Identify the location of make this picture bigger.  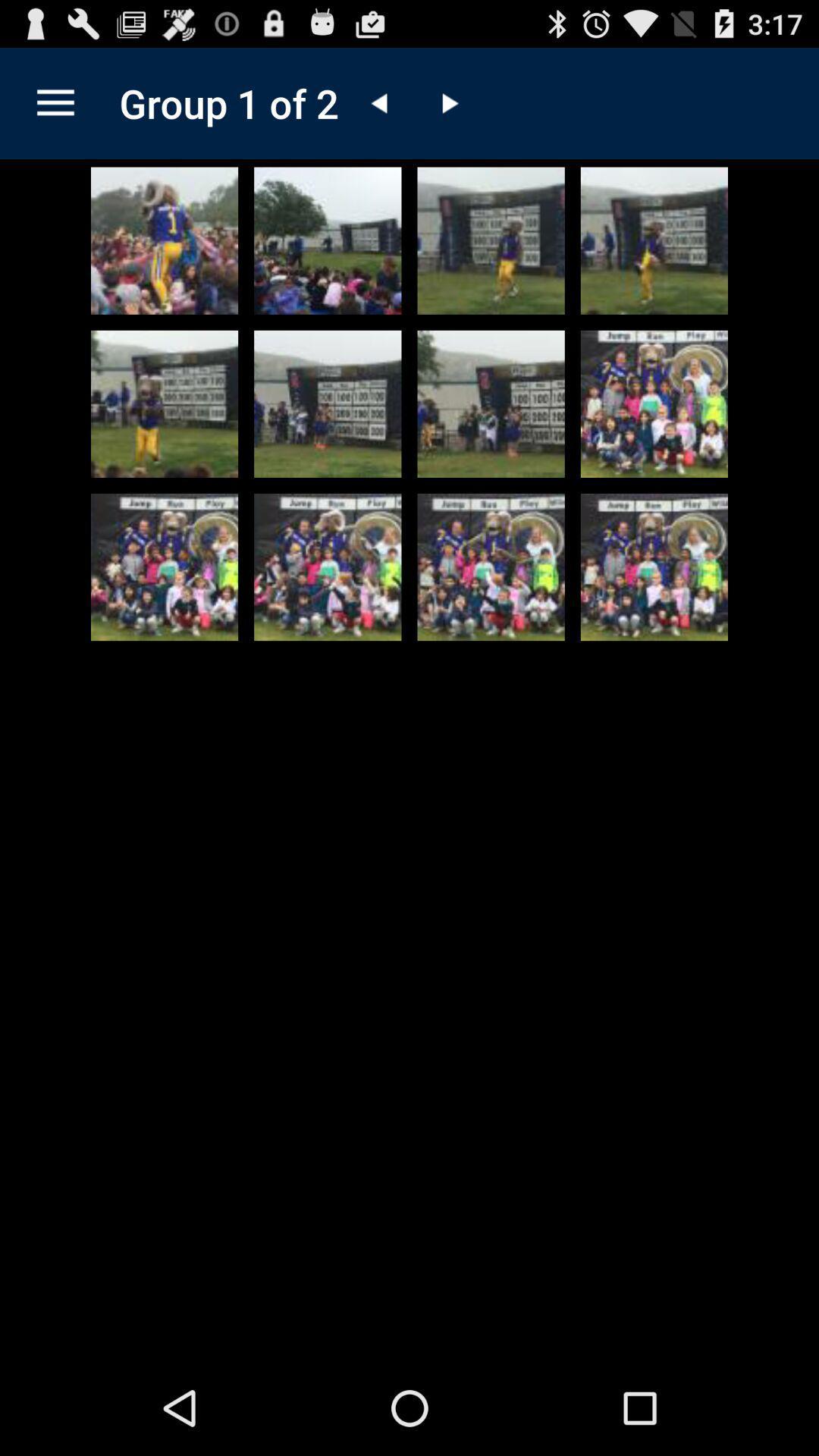
(653, 240).